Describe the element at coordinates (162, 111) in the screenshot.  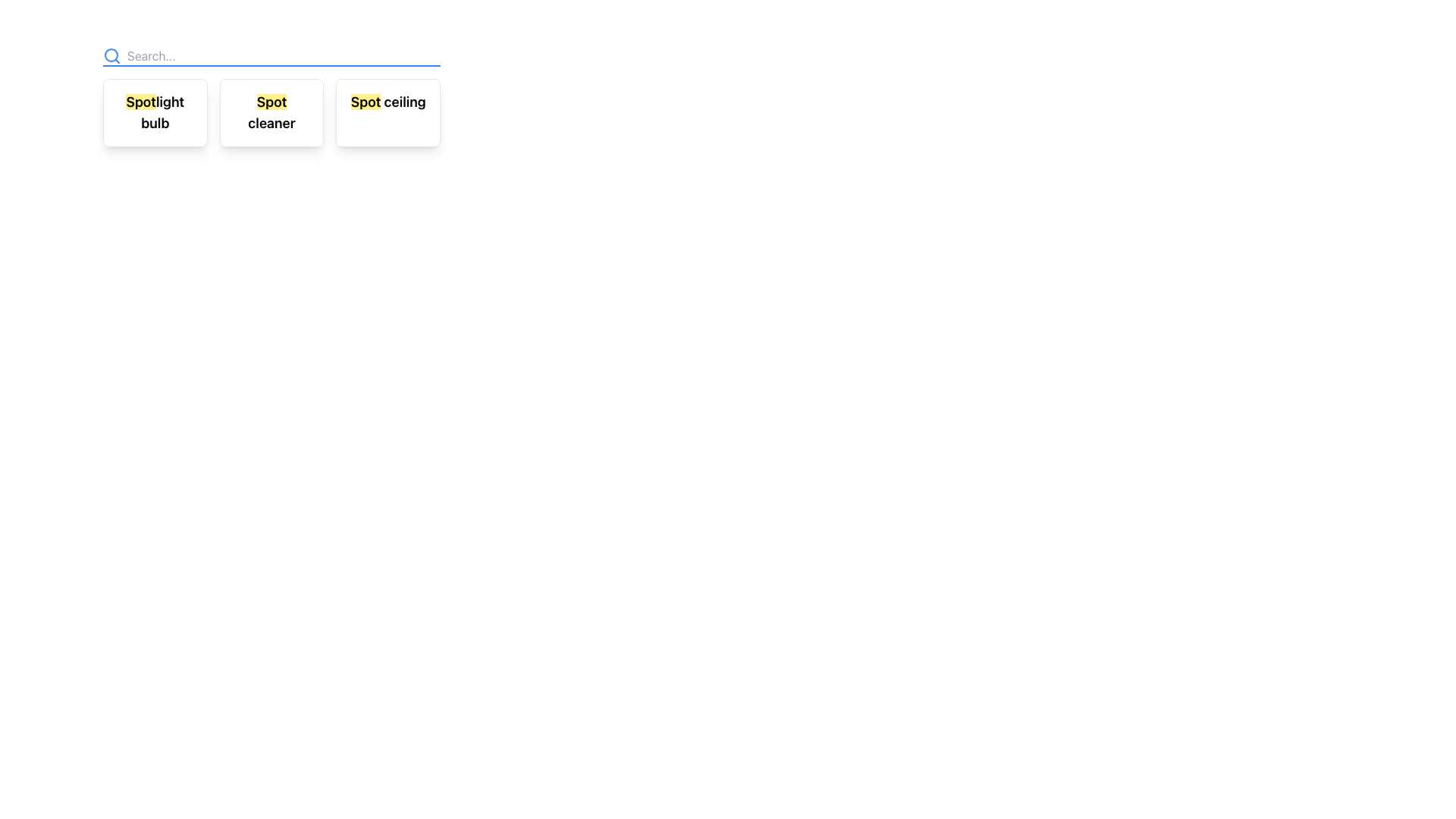
I see `non-interactive text label displaying 'light bulb', which is part of the label 'Spotlight bulb' located within the first card at the top center of the interface` at that location.